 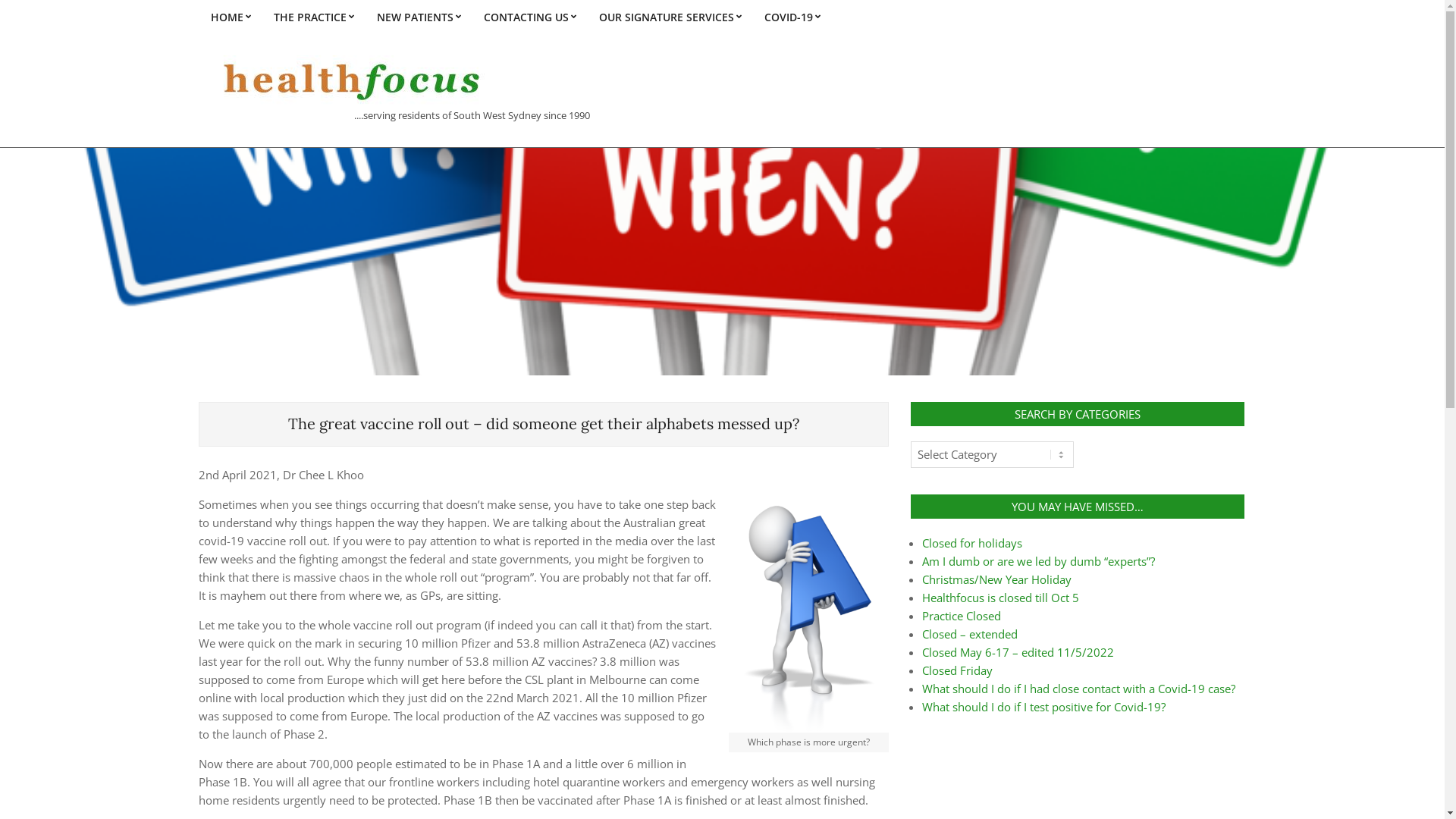 What do you see at coordinates (262, 17) in the screenshot?
I see `'THE PRACTICE'` at bounding box center [262, 17].